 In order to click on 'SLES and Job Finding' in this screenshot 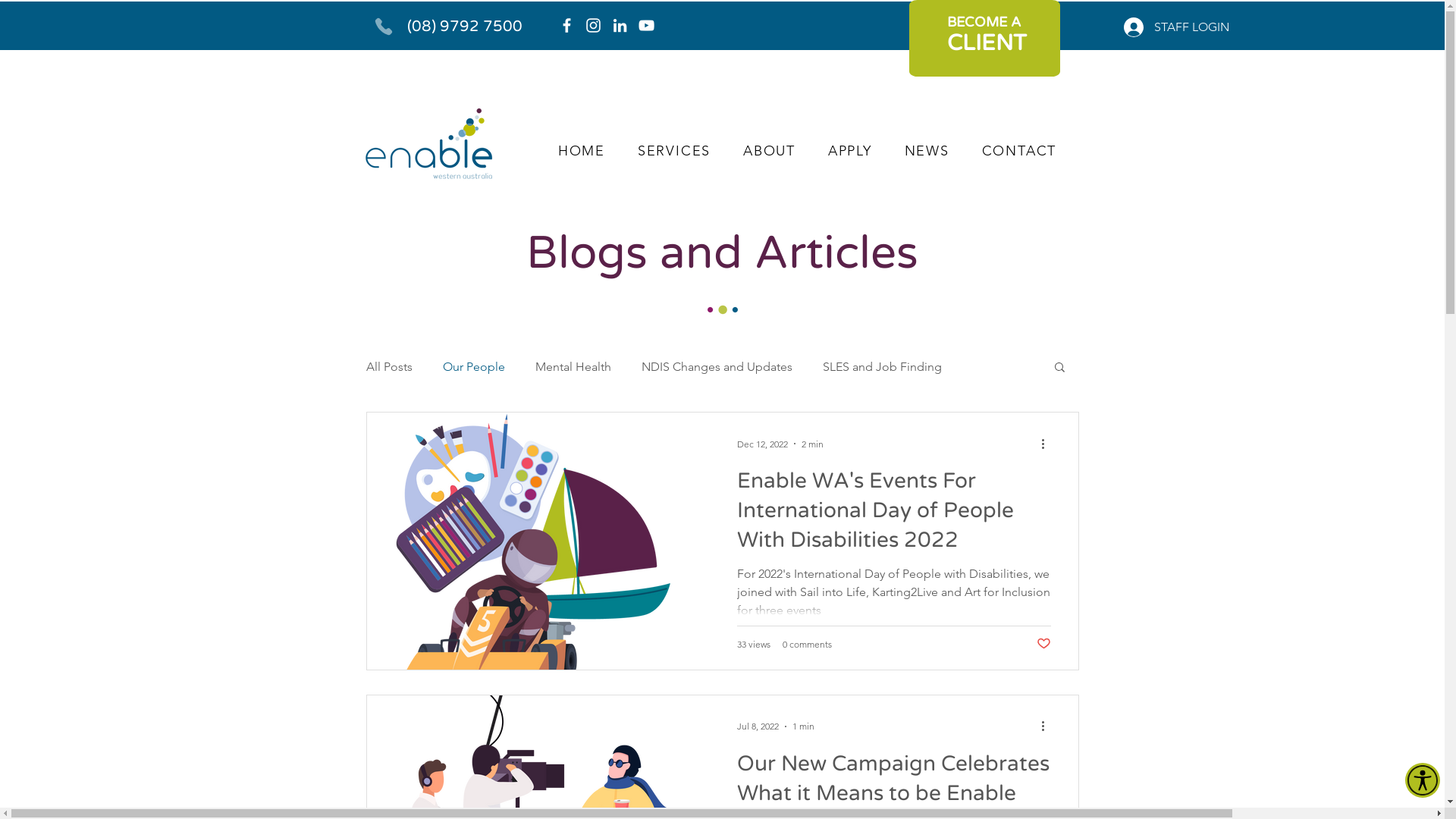, I will do `click(881, 366)`.